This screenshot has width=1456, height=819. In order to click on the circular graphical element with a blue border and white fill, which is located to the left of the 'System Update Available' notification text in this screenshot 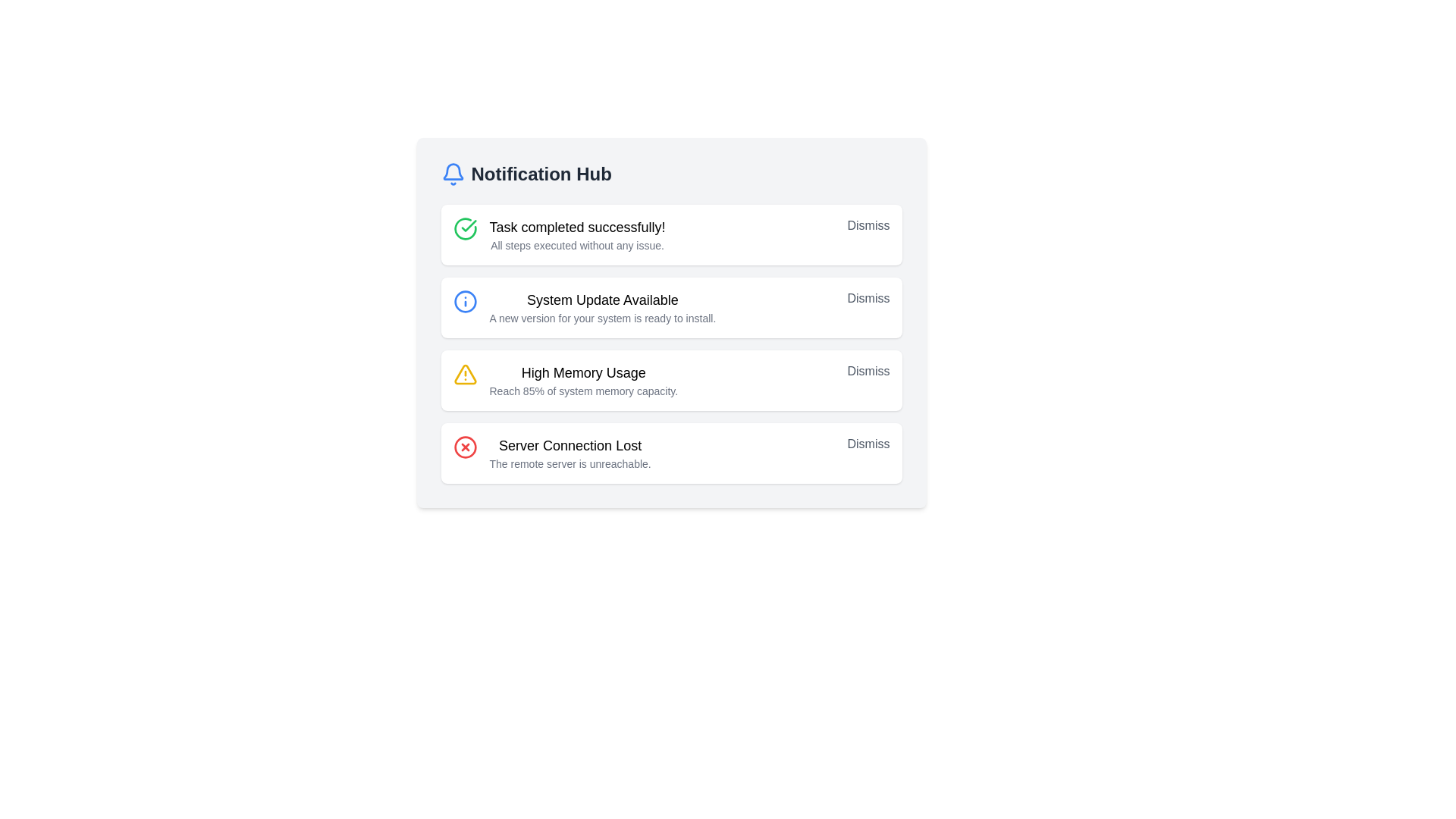, I will do `click(464, 301)`.